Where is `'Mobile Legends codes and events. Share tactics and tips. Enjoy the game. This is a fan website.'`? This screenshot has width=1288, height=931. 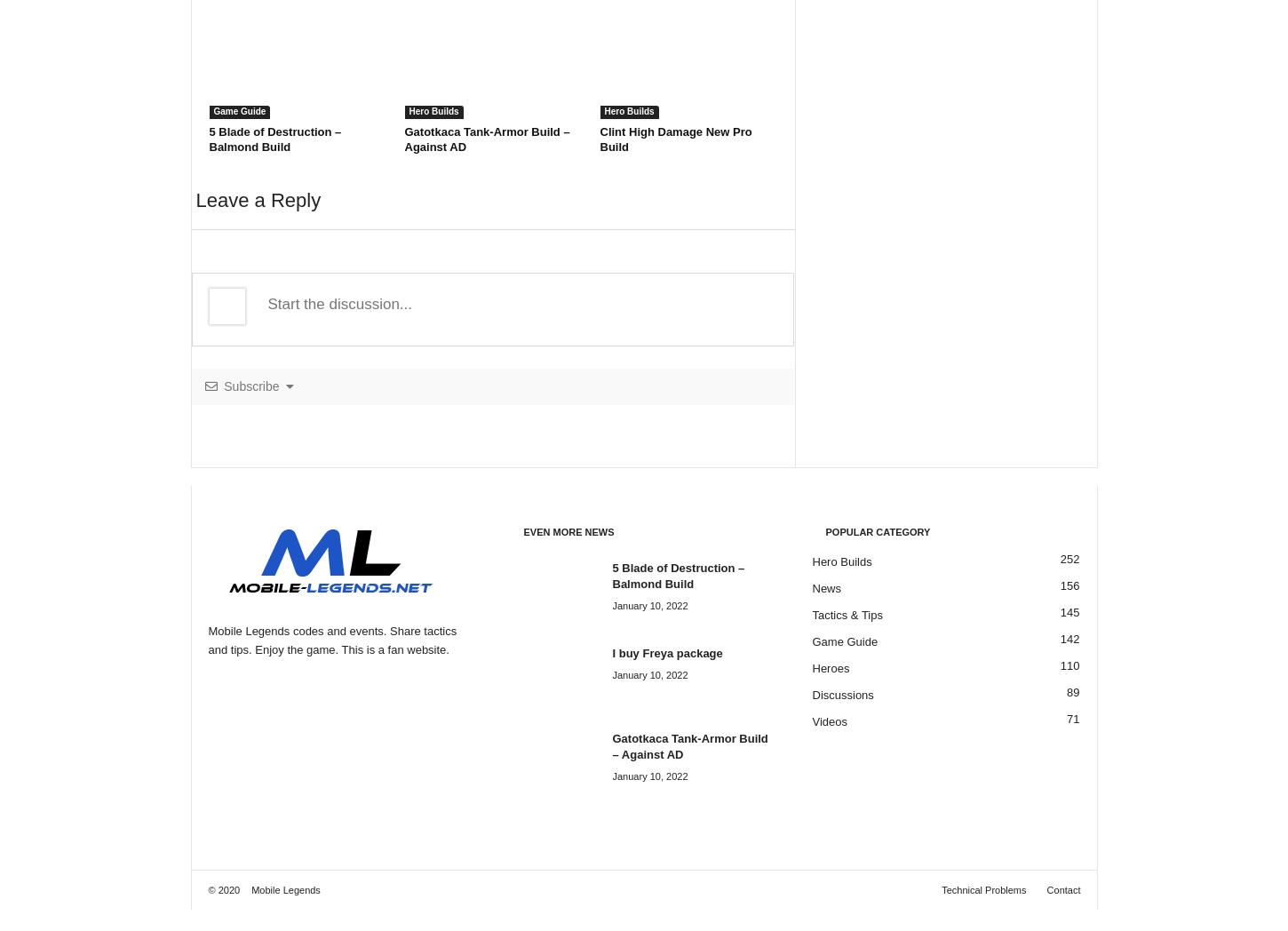 'Mobile Legends codes and events. Share tactics and tips. Enjoy the game. This is a fan website.' is located at coordinates (330, 640).